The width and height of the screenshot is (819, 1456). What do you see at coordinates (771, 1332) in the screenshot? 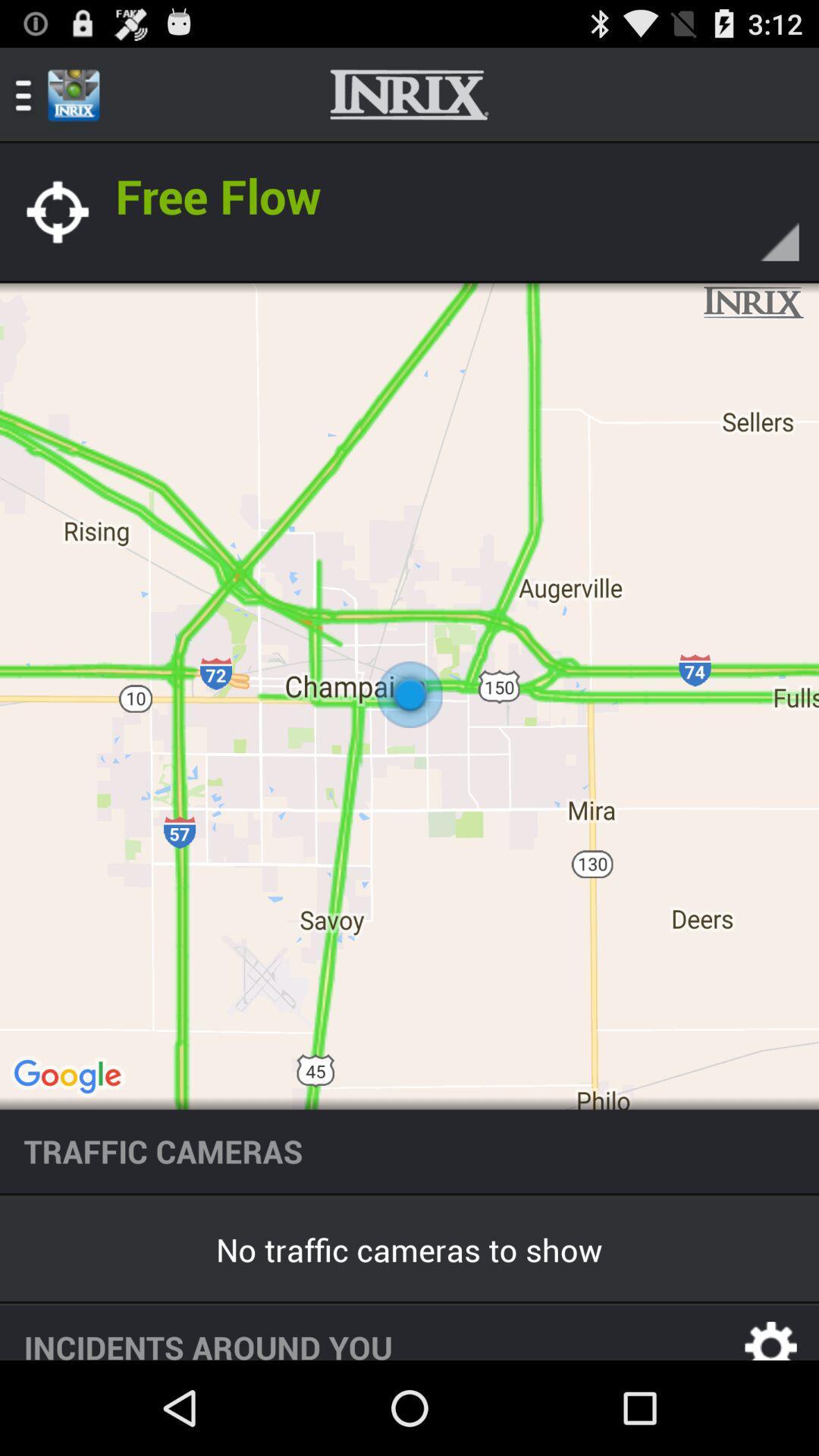
I see `settings` at bounding box center [771, 1332].